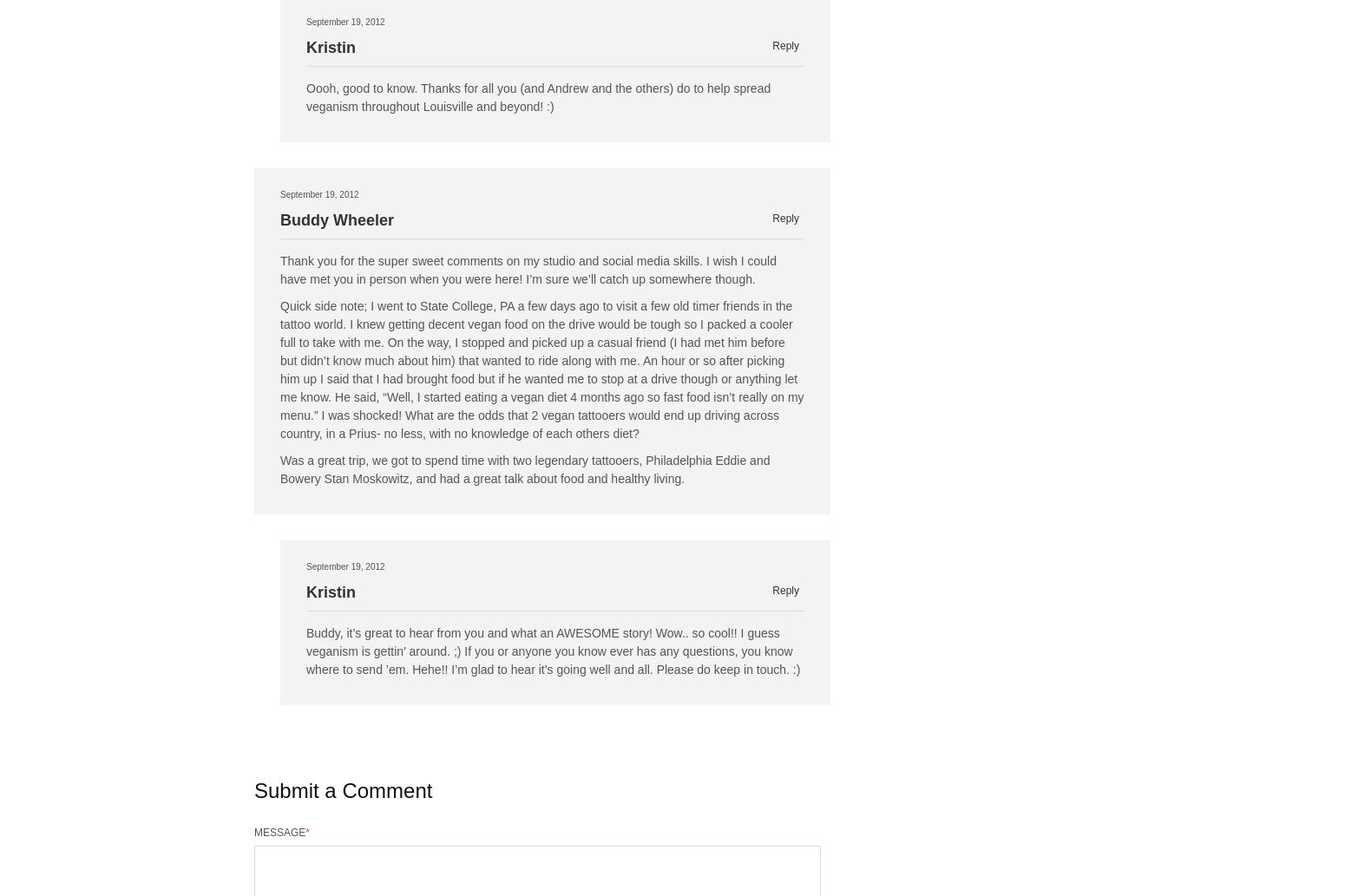  What do you see at coordinates (253, 831) in the screenshot?
I see `'Message'` at bounding box center [253, 831].